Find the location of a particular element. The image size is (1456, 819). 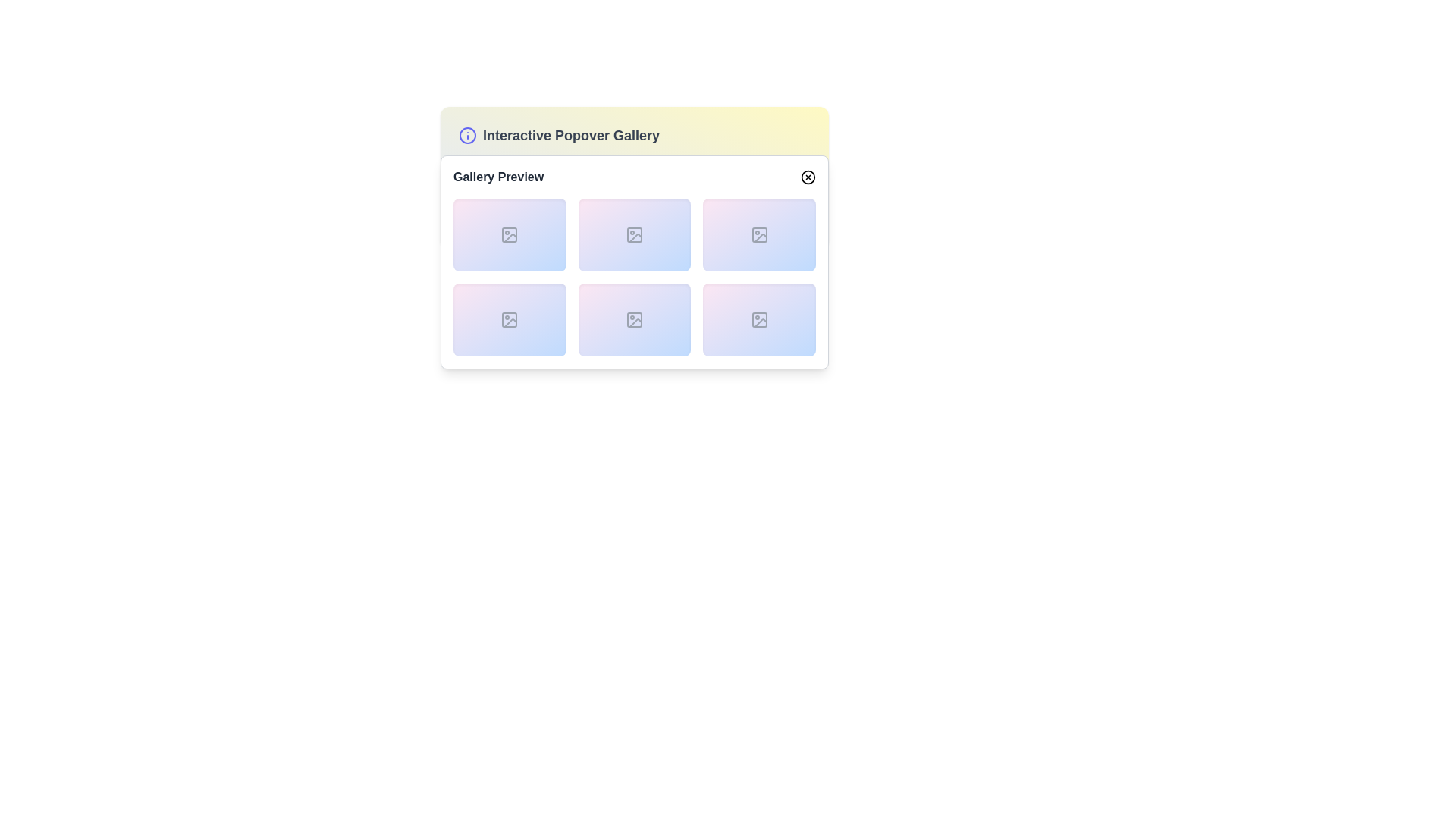

the image placeholder icon in the first row, second column of the gallery interface is located at coordinates (634, 234).